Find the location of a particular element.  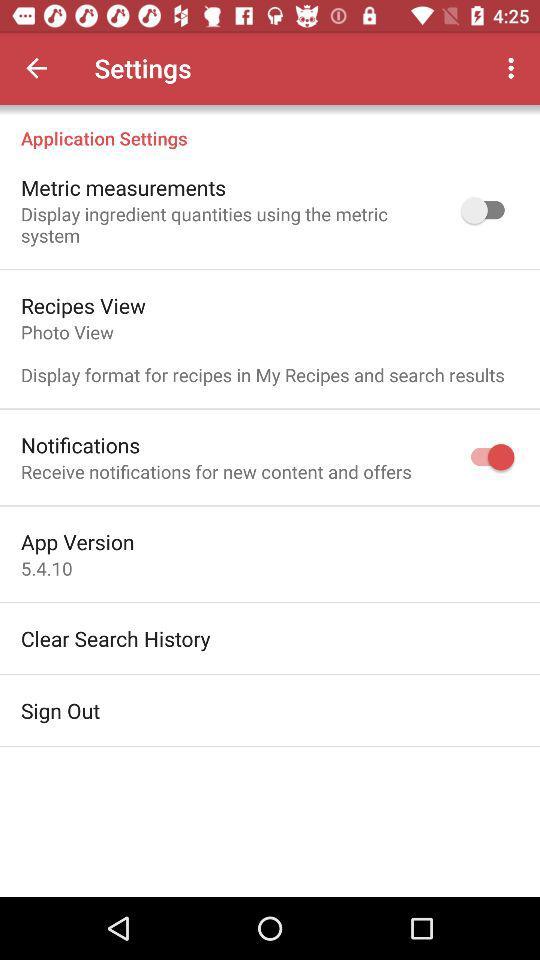

the sign out is located at coordinates (60, 710).